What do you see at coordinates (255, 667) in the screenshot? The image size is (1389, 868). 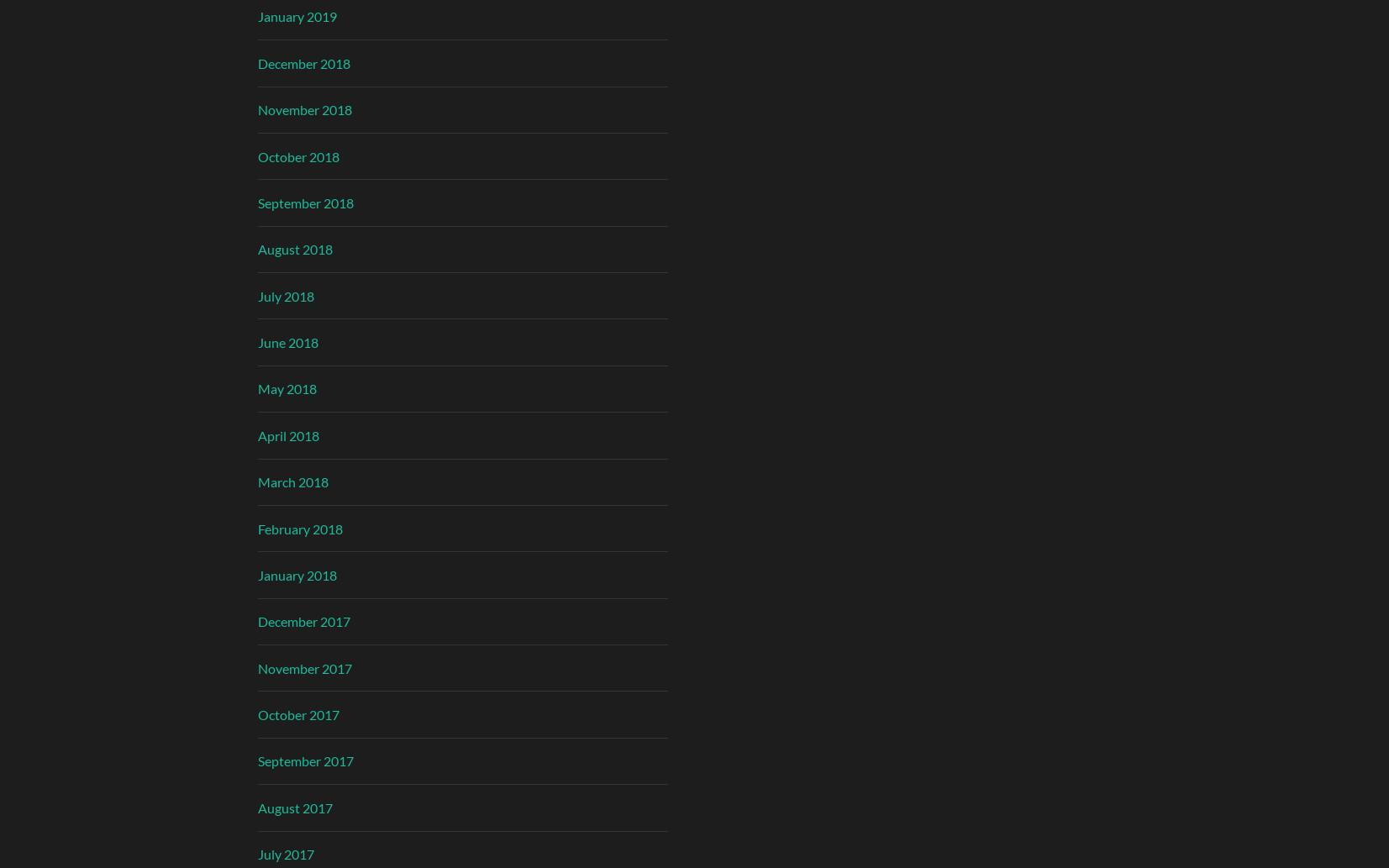 I see `'November 2017'` at bounding box center [255, 667].